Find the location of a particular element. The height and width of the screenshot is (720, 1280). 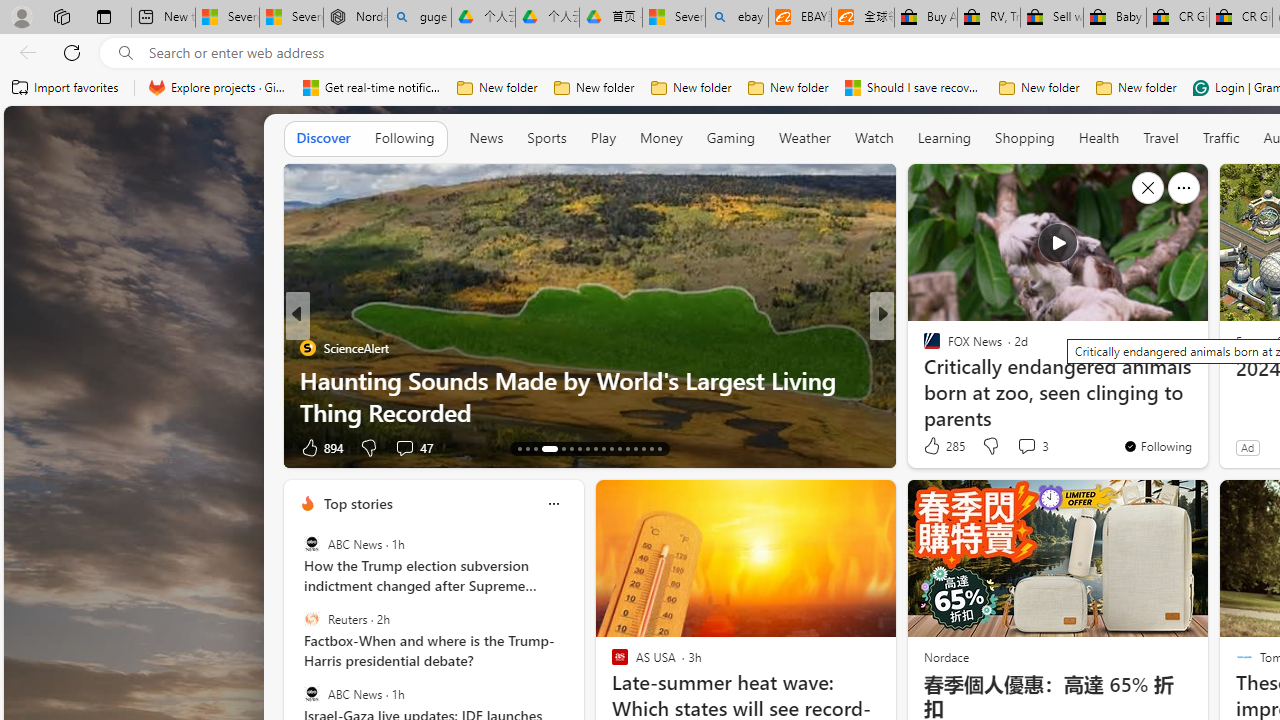

'Learning' is located at coordinates (943, 136).